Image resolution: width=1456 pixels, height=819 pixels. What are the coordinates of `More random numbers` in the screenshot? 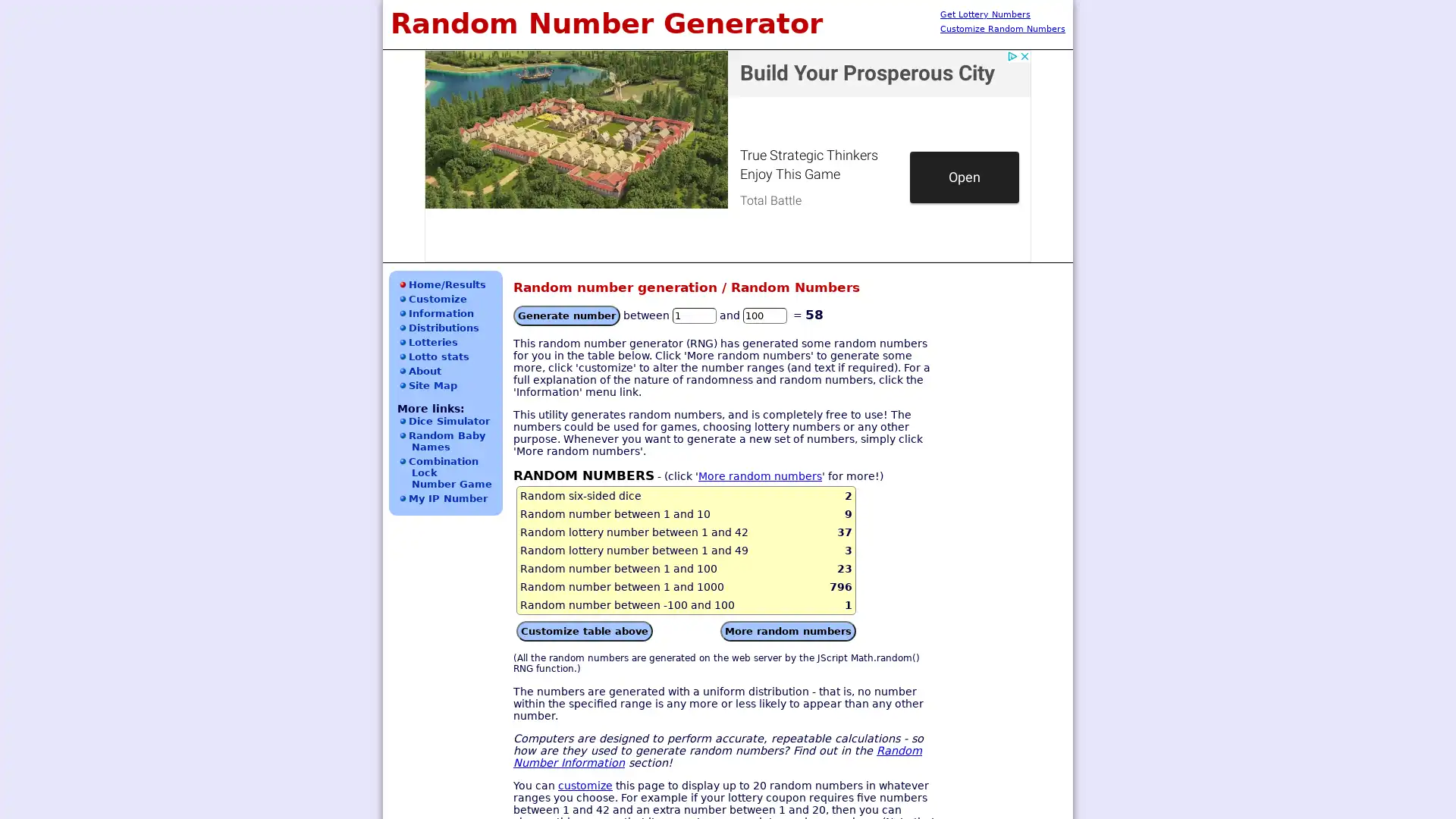 It's located at (788, 630).